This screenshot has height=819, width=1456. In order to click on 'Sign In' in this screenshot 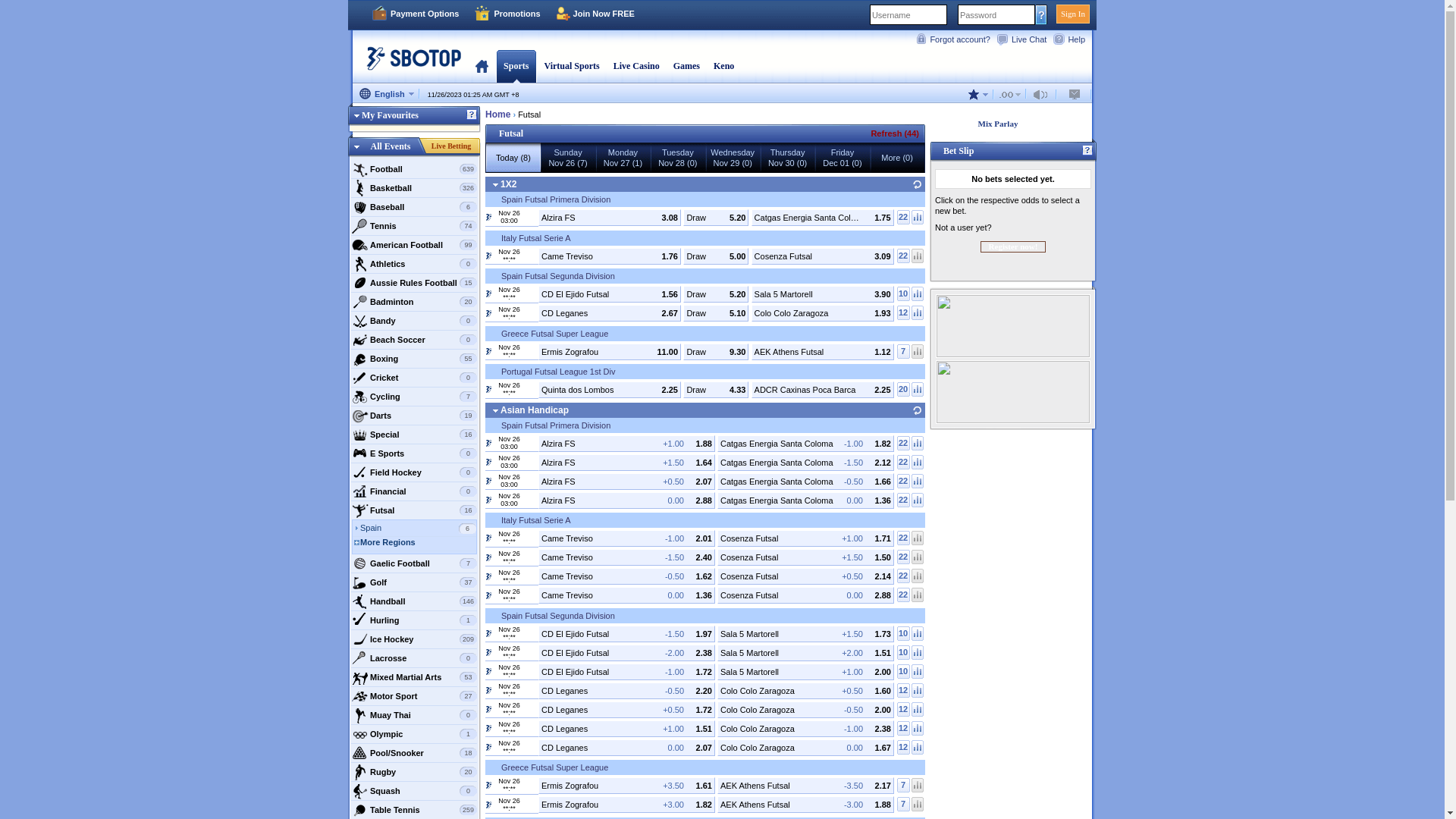, I will do `click(1072, 14)`.